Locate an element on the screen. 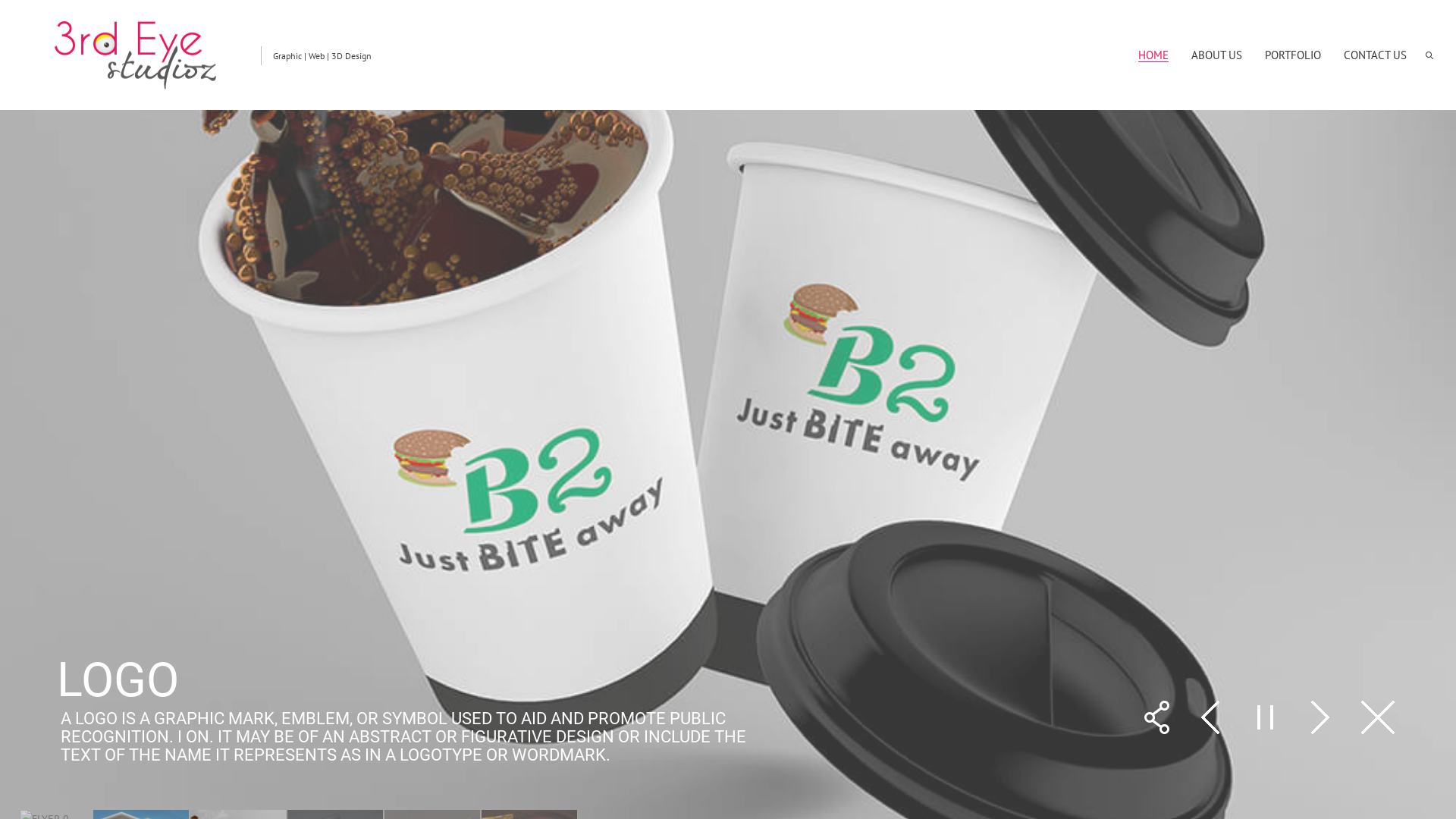 The image size is (1456, 819). 'HOME' is located at coordinates (1138, 54).